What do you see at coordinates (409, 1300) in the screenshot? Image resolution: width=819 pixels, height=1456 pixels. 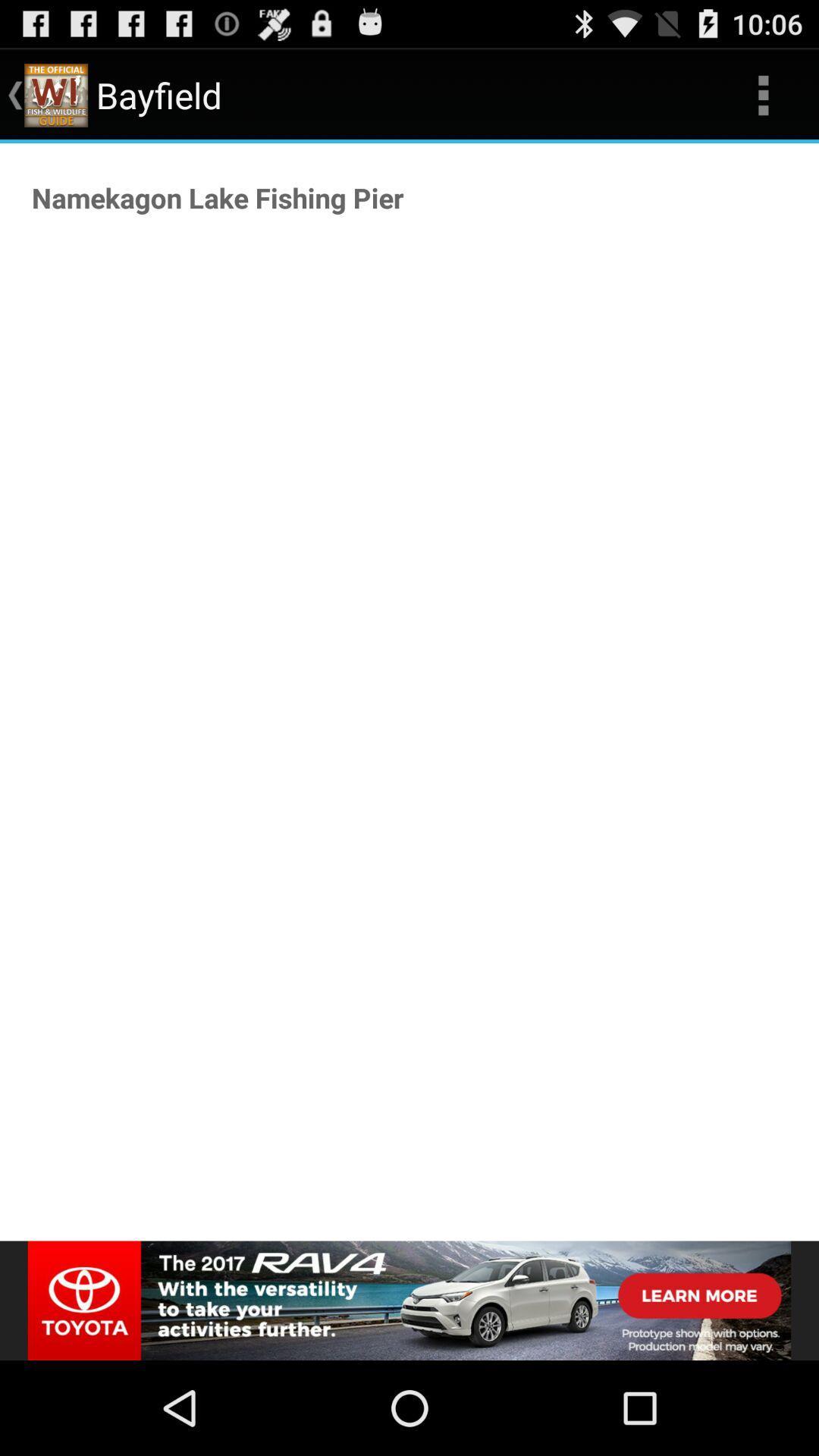 I see `icon below the namekagon lake fishing` at bounding box center [409, 1300].